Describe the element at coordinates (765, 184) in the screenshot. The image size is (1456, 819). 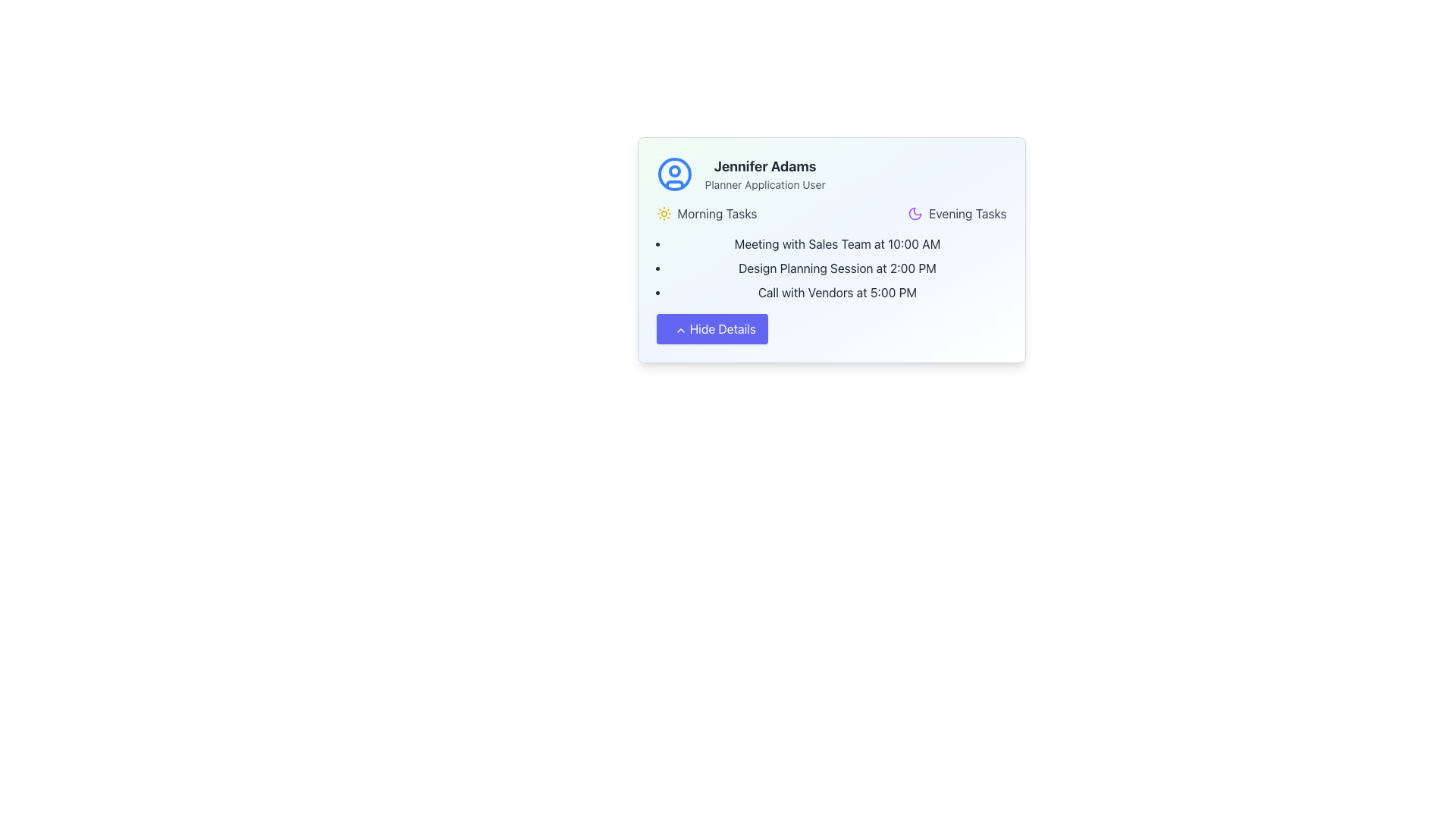
I see `information from the Text Label that describes the user role, located below the name 'Jennifer Adams' in the profile card layout` at that location.